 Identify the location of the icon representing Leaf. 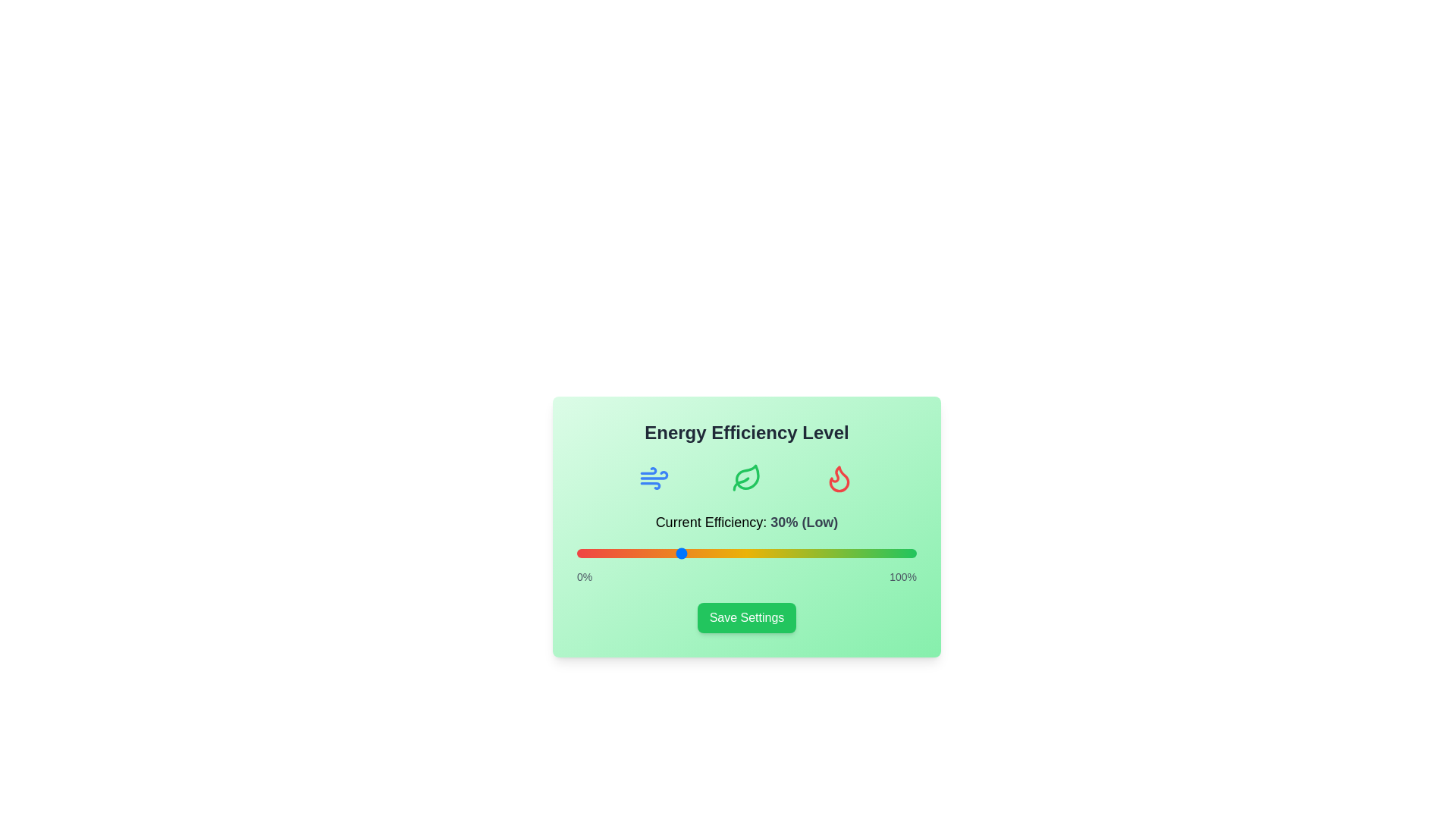
(746, 479).